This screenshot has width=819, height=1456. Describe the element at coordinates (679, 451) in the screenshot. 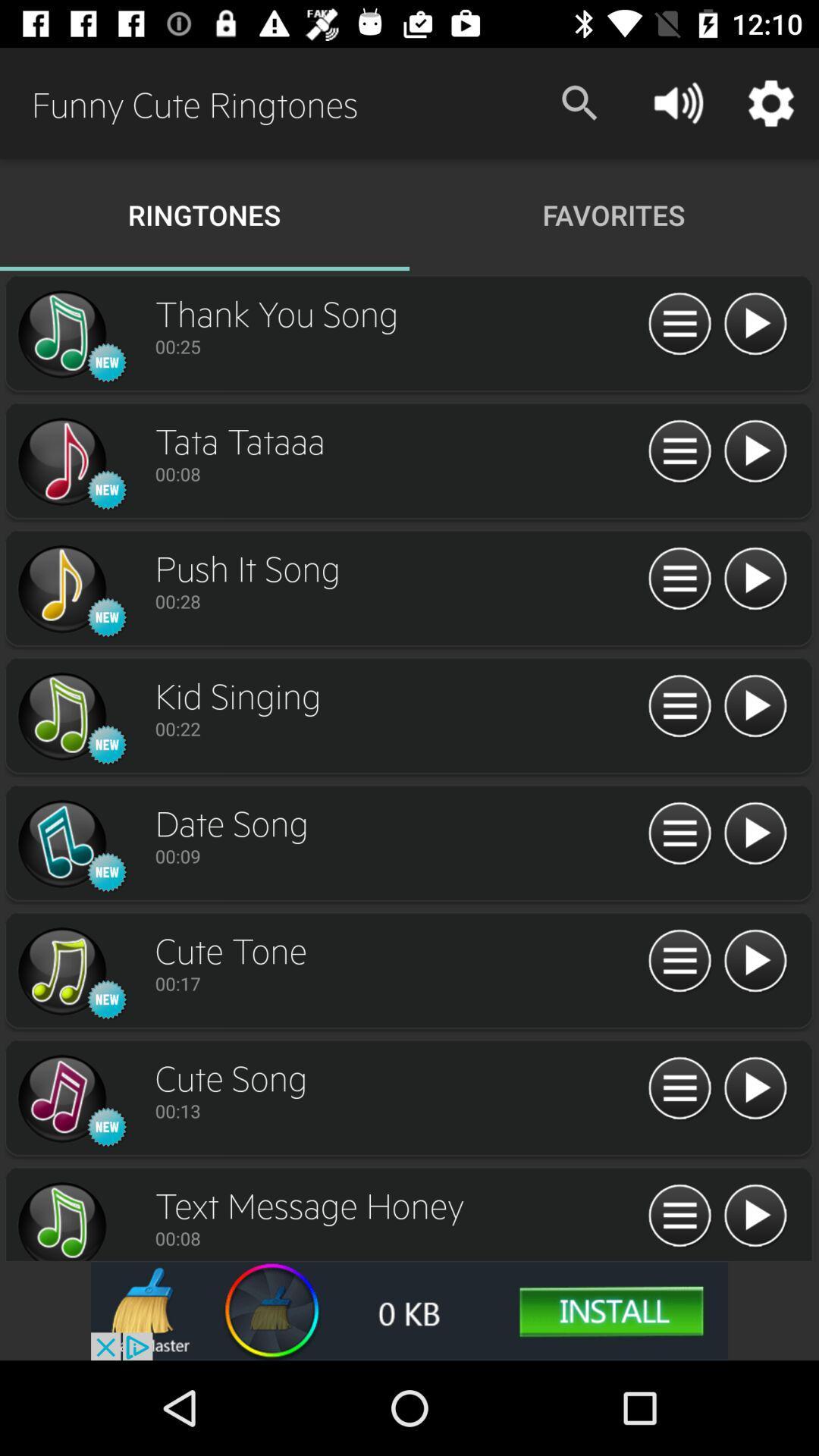

I see `display song information` at that location.